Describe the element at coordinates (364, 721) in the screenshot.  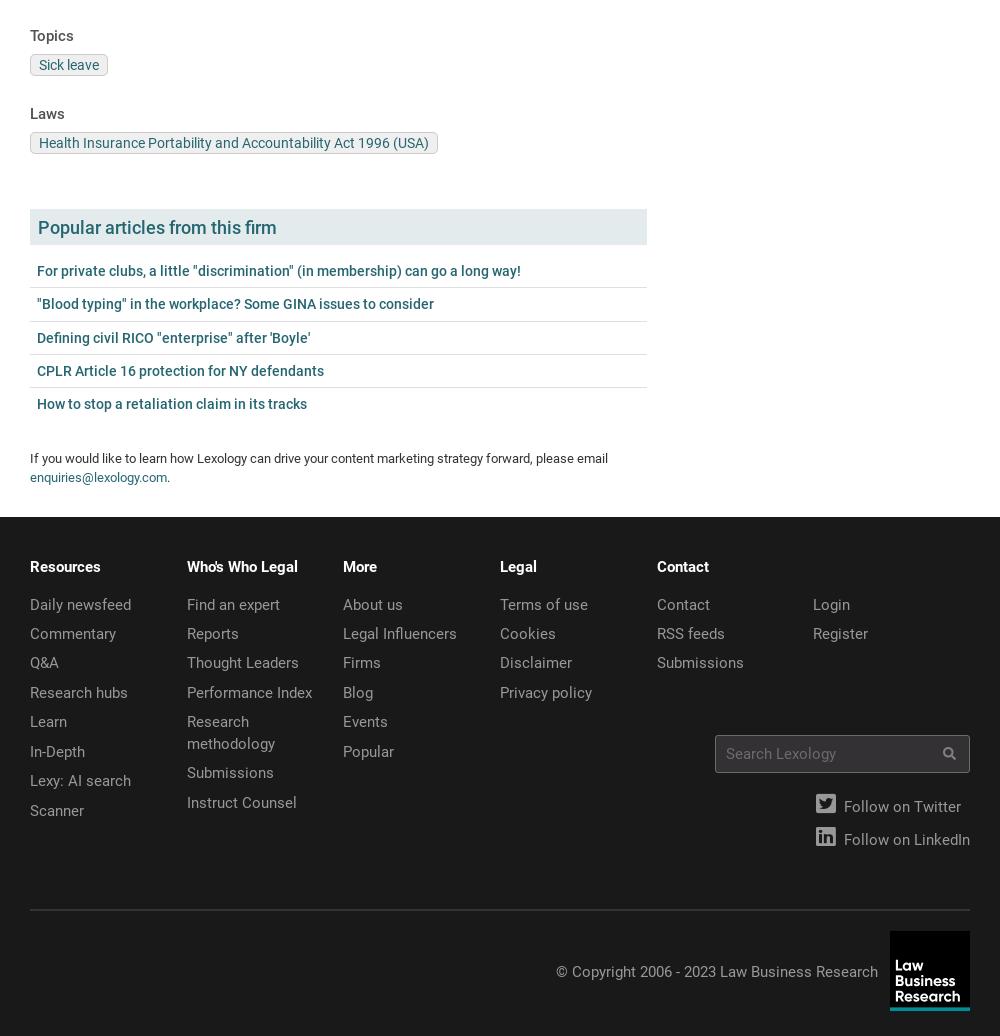
I see `'Events'` at that location.